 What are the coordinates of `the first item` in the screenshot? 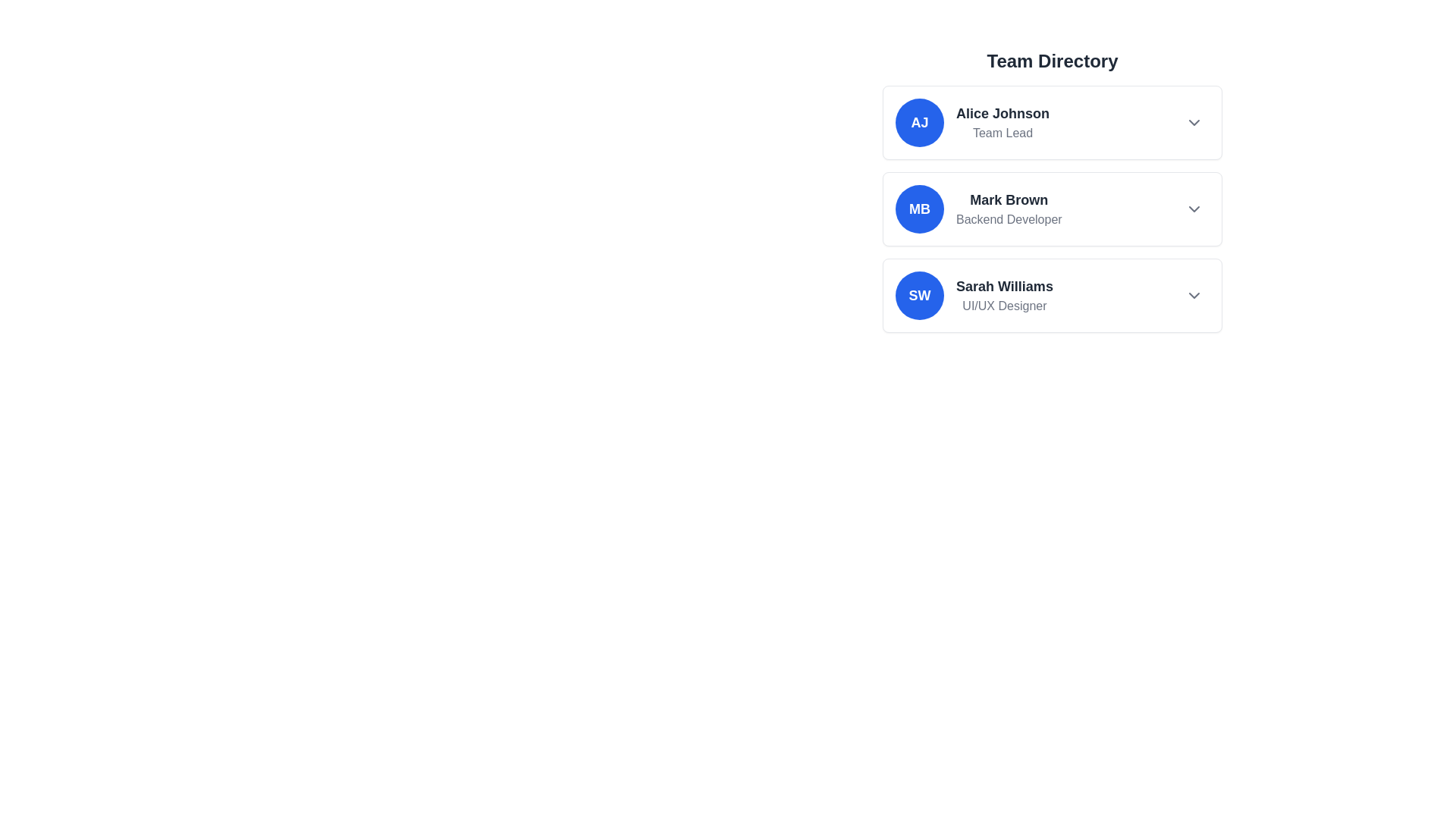 It's located at (972, 122).